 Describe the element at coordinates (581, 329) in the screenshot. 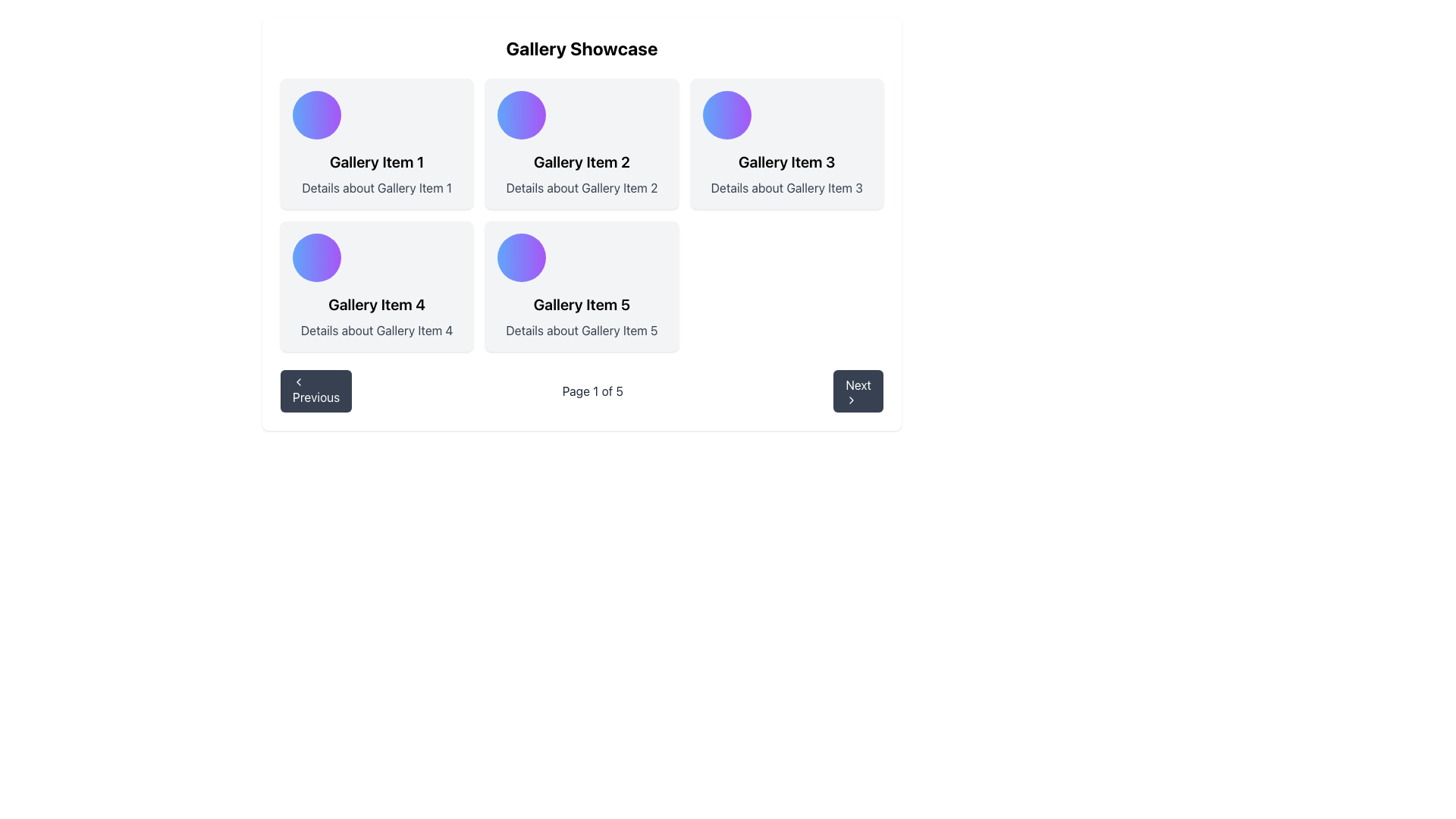

I see `the static text element displaying 'Details about Gallery Item 5', which is styled with a gray color and positioned at the bottom of the card for Gallery Item 5` at that location.